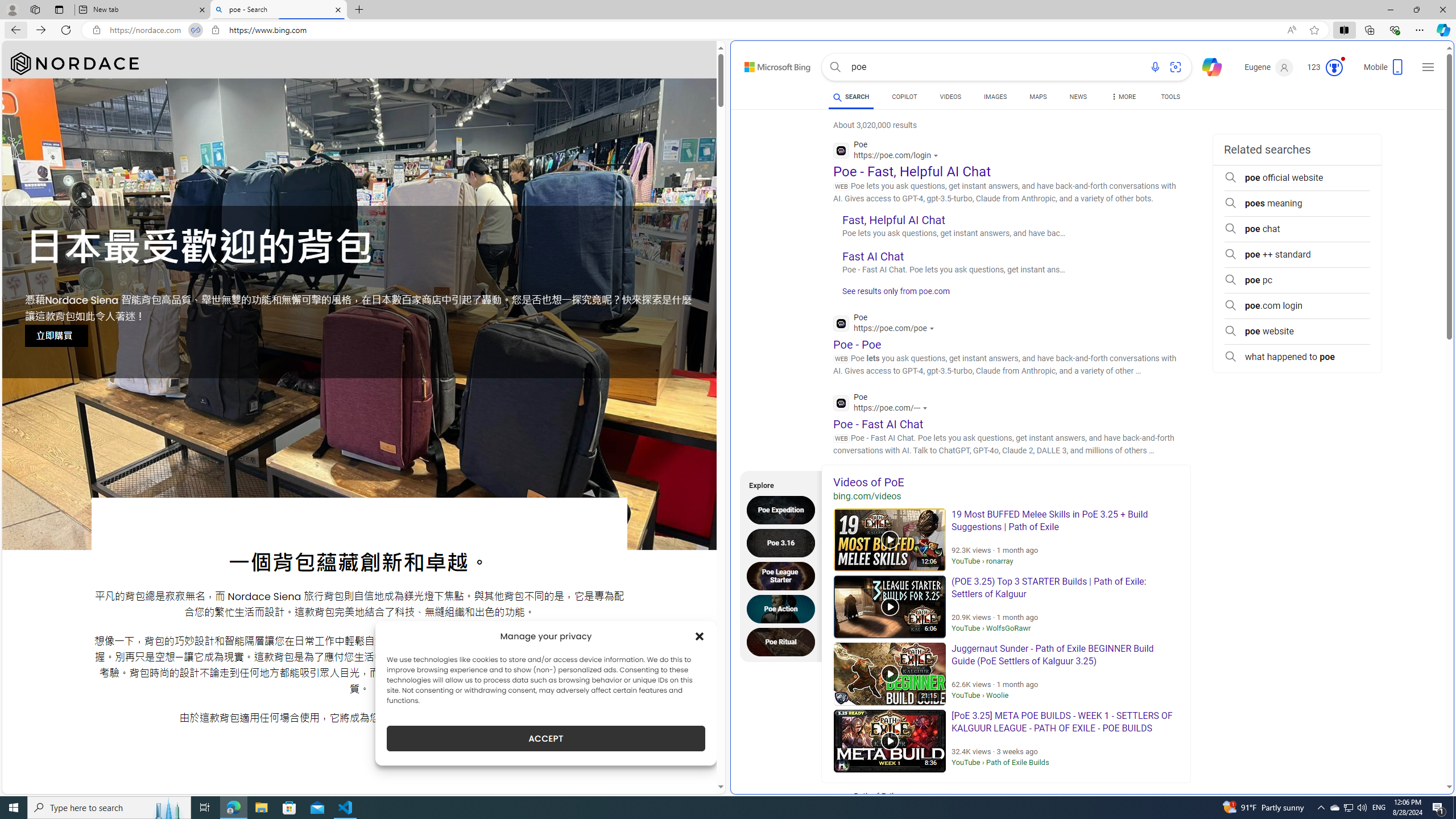  I want to click on 'Class: cmplz-close', so click(700, 636).